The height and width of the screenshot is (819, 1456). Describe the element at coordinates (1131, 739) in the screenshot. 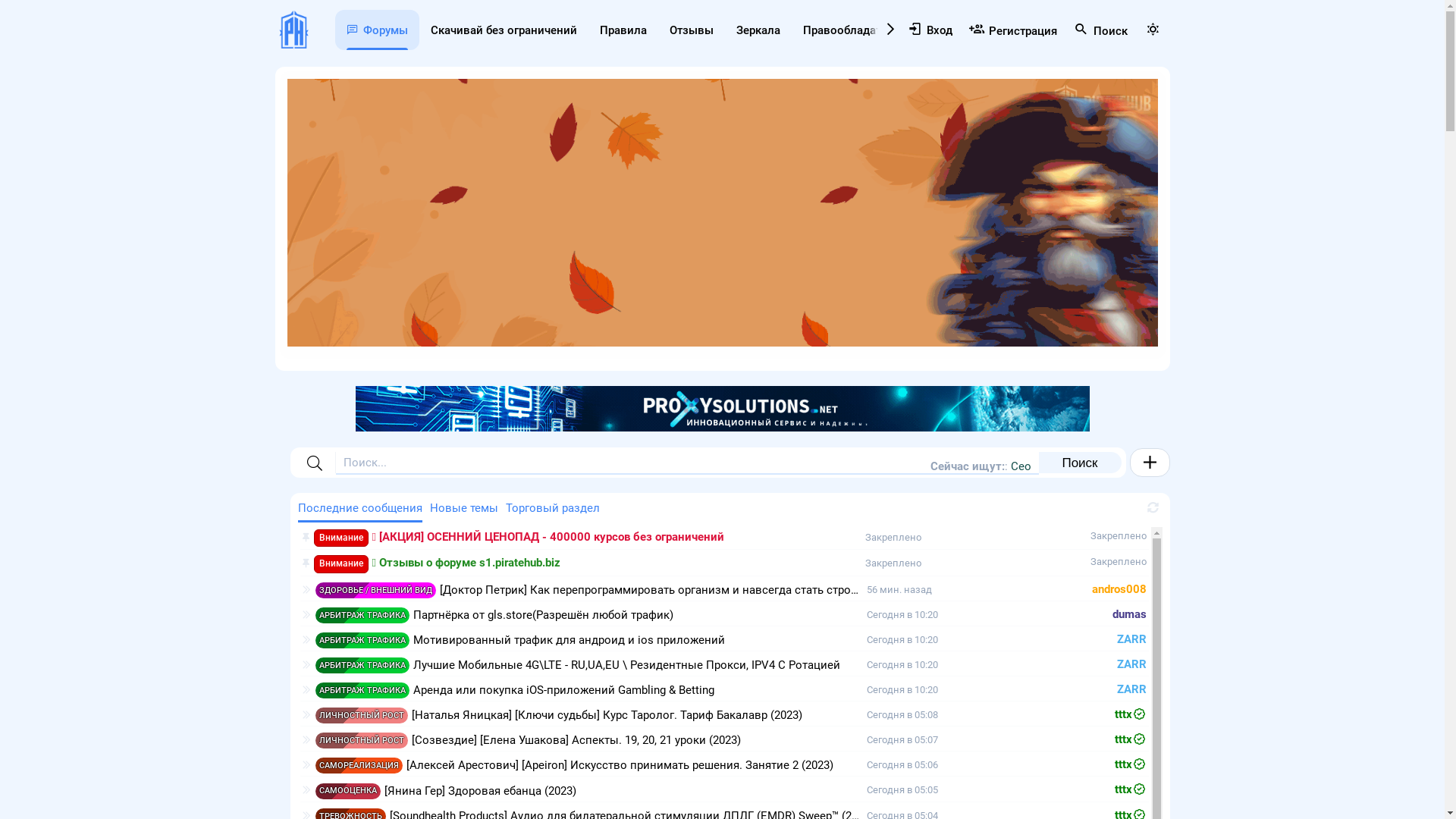

I see `'tttx'` at that location.